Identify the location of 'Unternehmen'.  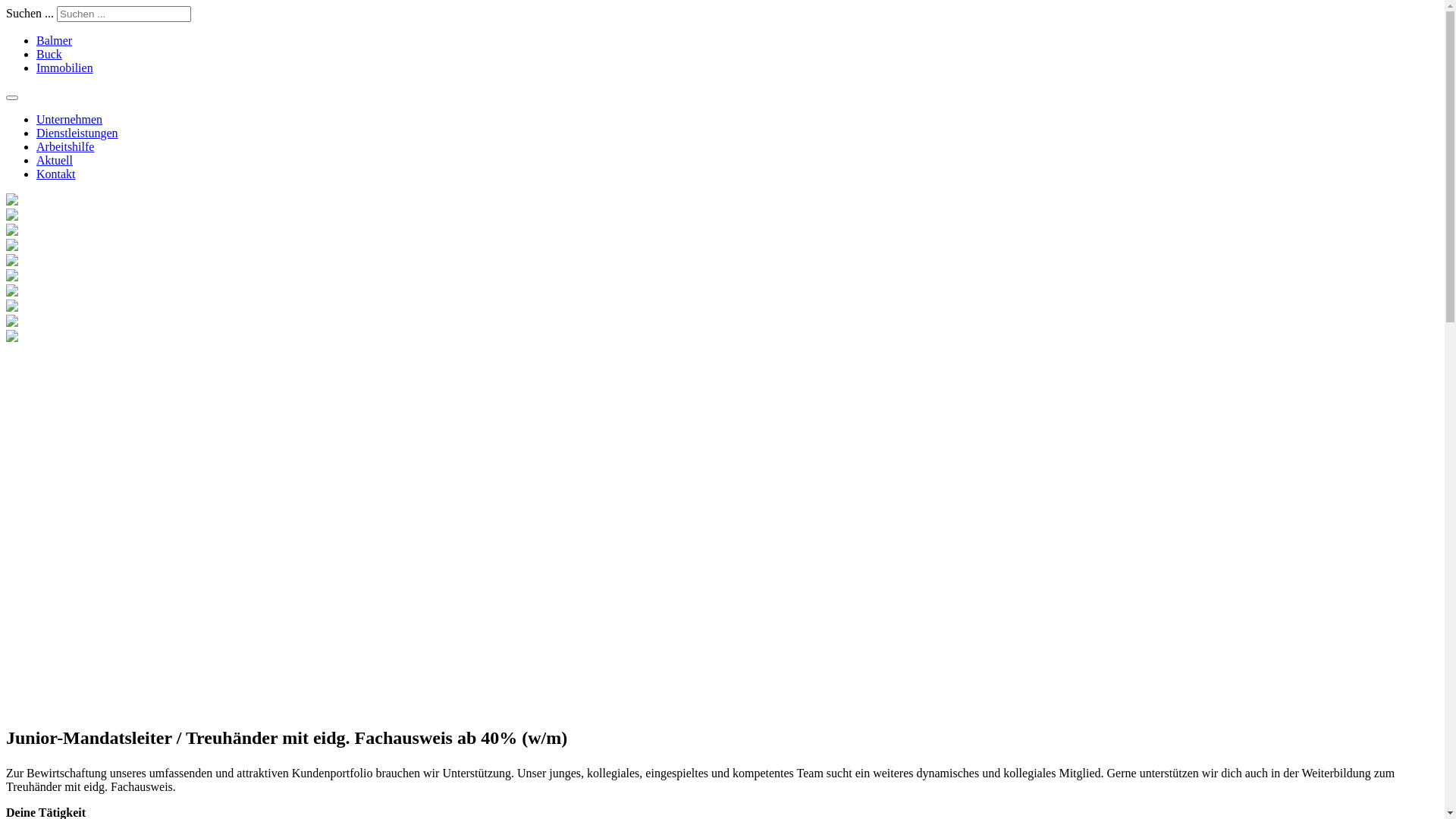
(68, 118).